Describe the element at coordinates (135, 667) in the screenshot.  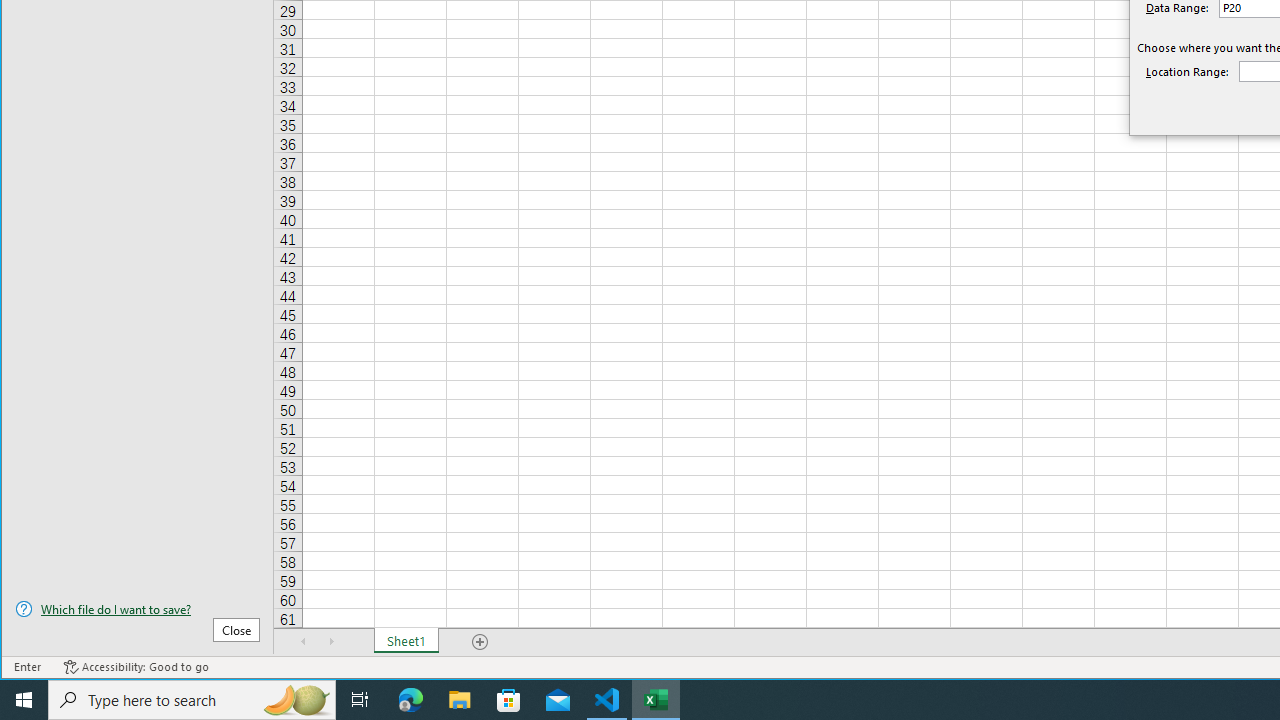
I see `'Accessibility Checker Accessibility: Good to go'` at that location.